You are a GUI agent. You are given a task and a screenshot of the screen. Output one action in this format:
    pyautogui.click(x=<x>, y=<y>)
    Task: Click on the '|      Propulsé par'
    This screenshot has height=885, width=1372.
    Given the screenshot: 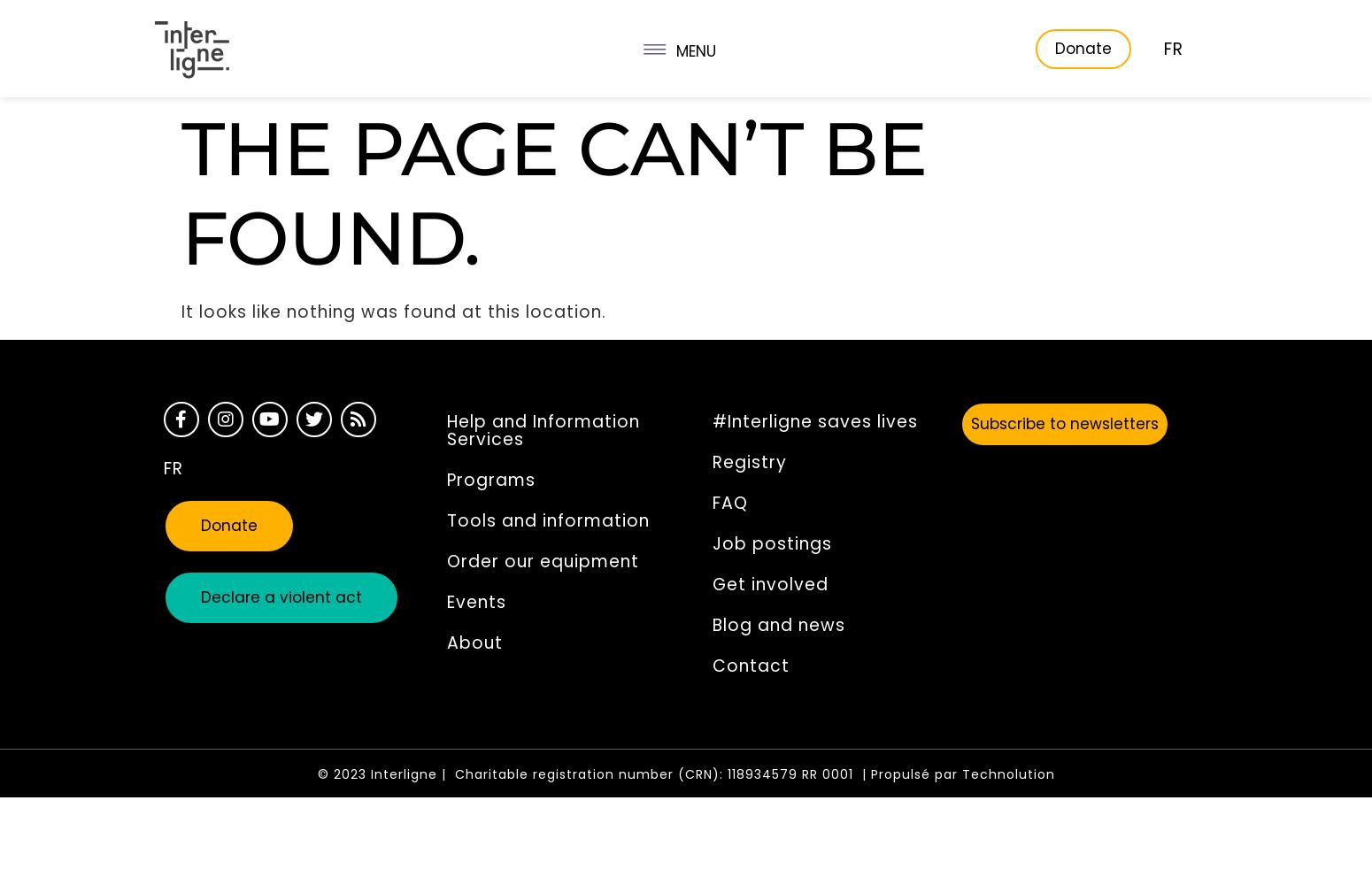 What is the action you would take?
    pyautogui.click(x=911, y=774)
    